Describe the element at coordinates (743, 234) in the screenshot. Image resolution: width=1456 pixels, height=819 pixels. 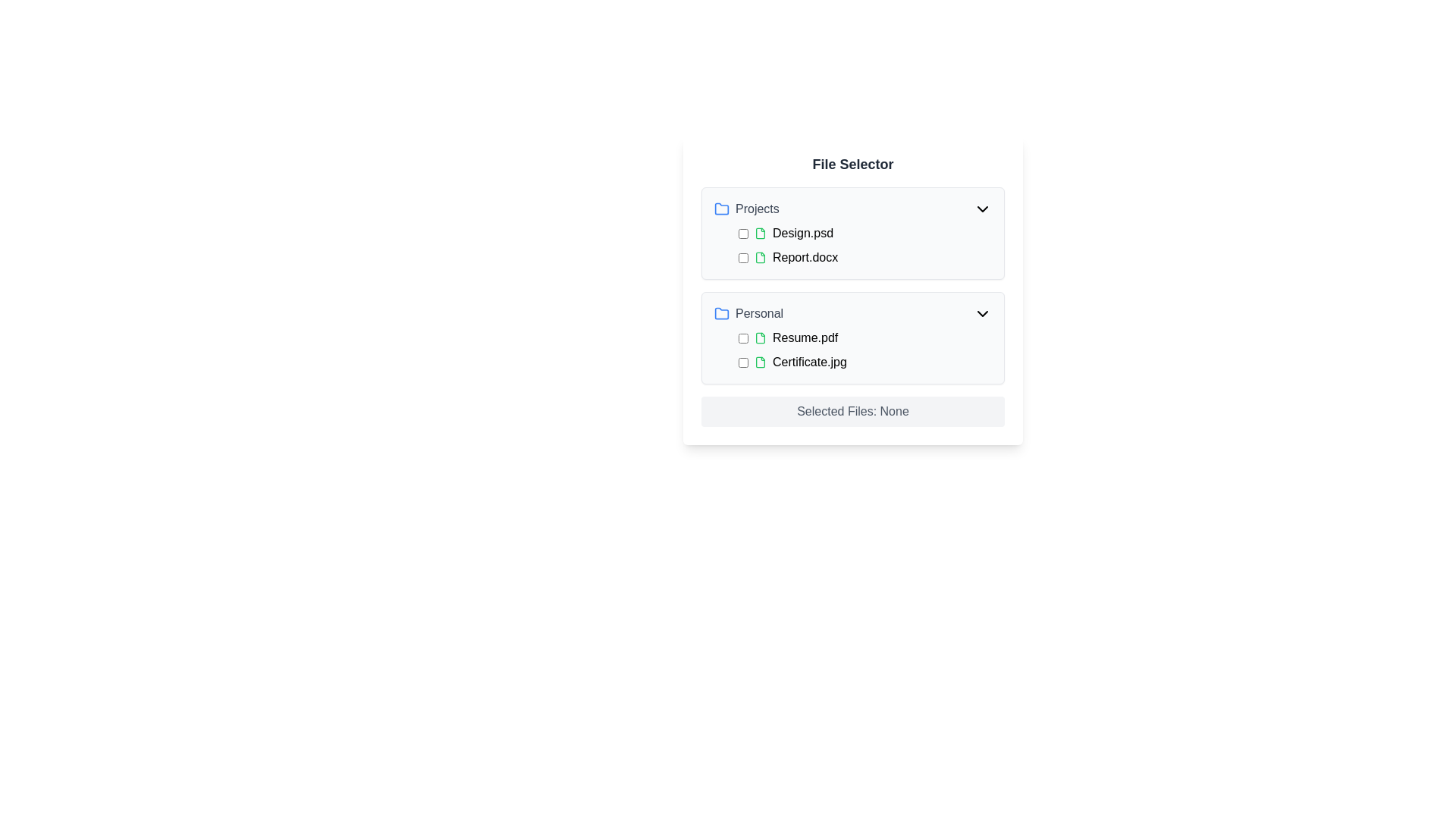
I see `the checkbox for the file 'Design.psd' located in the 'Projects' section of the 'File Selector' interface` at that location.